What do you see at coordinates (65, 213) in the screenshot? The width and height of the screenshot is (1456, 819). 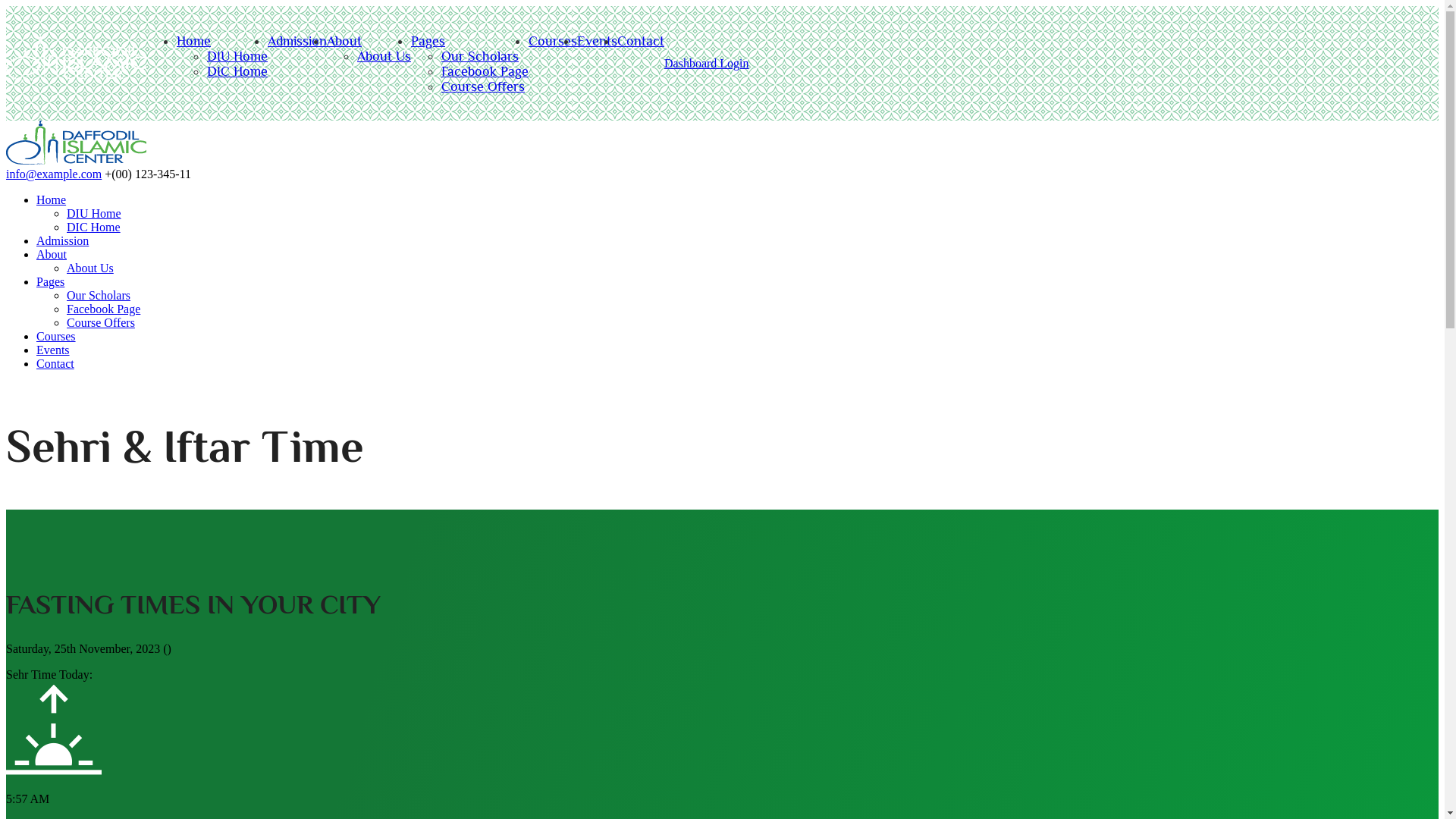 I see `'DIU Home'` at bounding box center [65, 213].